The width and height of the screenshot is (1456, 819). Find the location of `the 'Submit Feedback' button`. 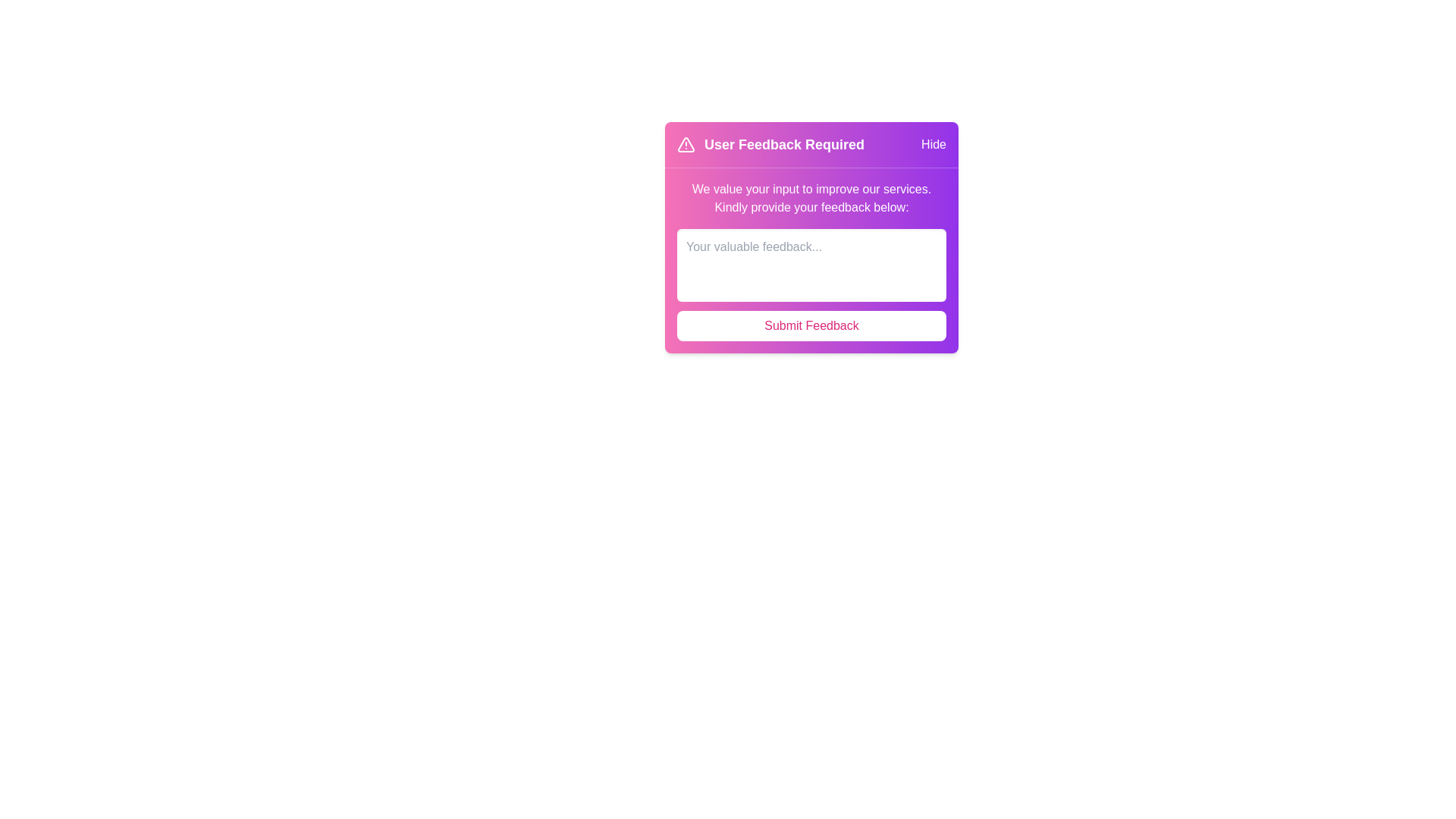

the 'Submit Feedback' button is located at coordinates (811, 325).